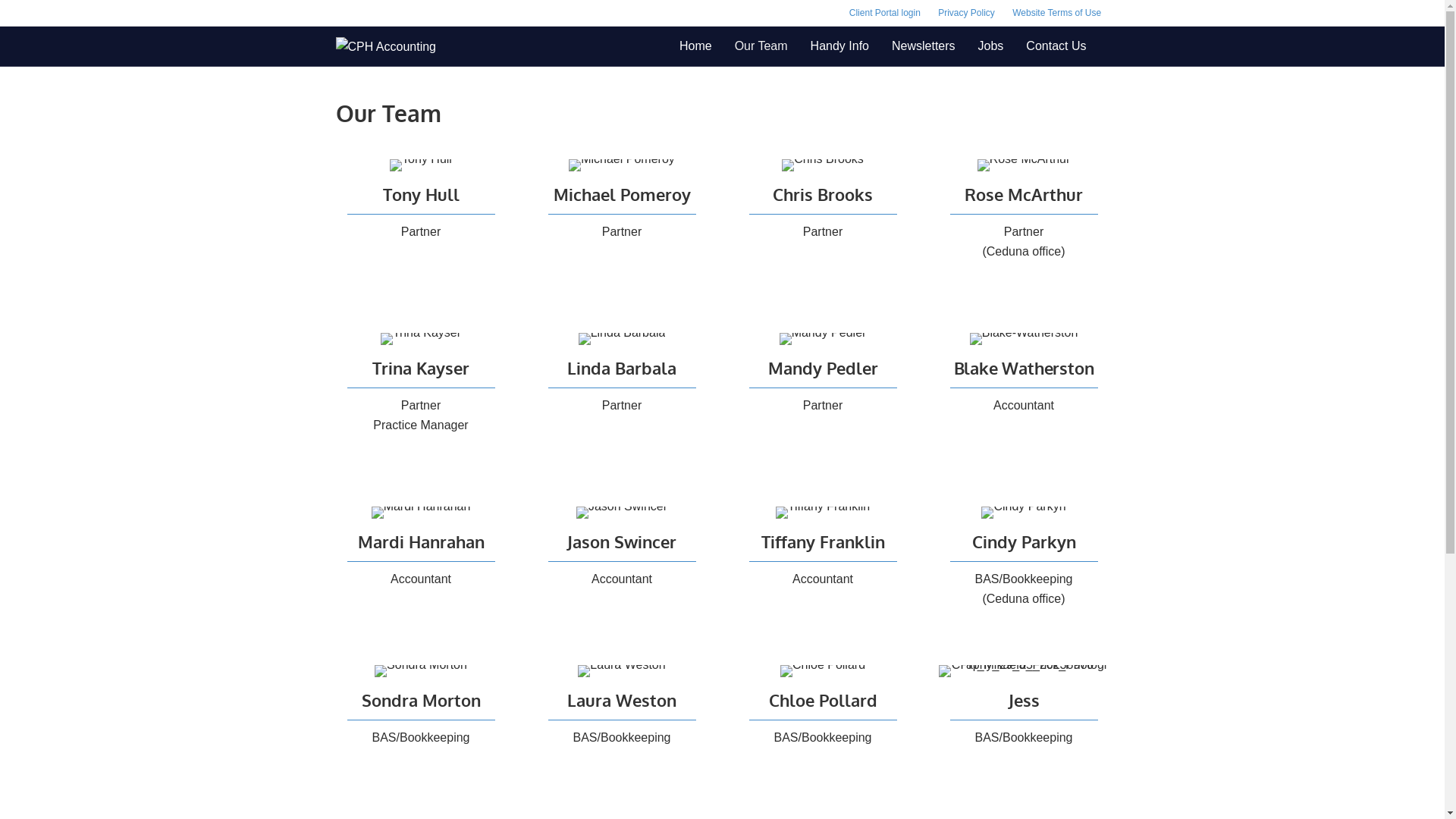  I want to click on 'Cindy-Parkyn', so click(1023, 512).